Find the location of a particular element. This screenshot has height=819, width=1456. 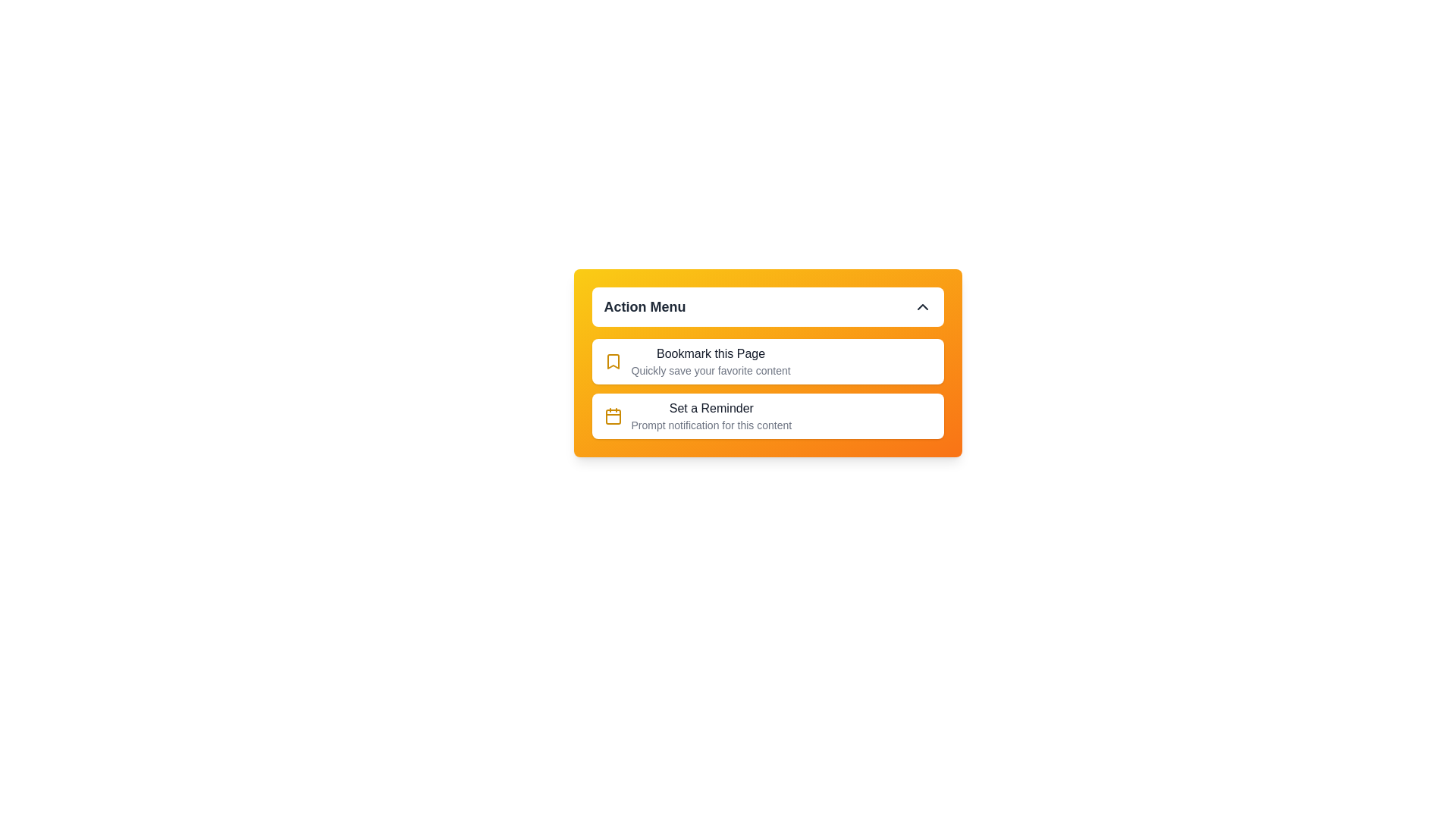

the menu item labeled 'Bookmark this Page' is located at coordinates (696, 353).